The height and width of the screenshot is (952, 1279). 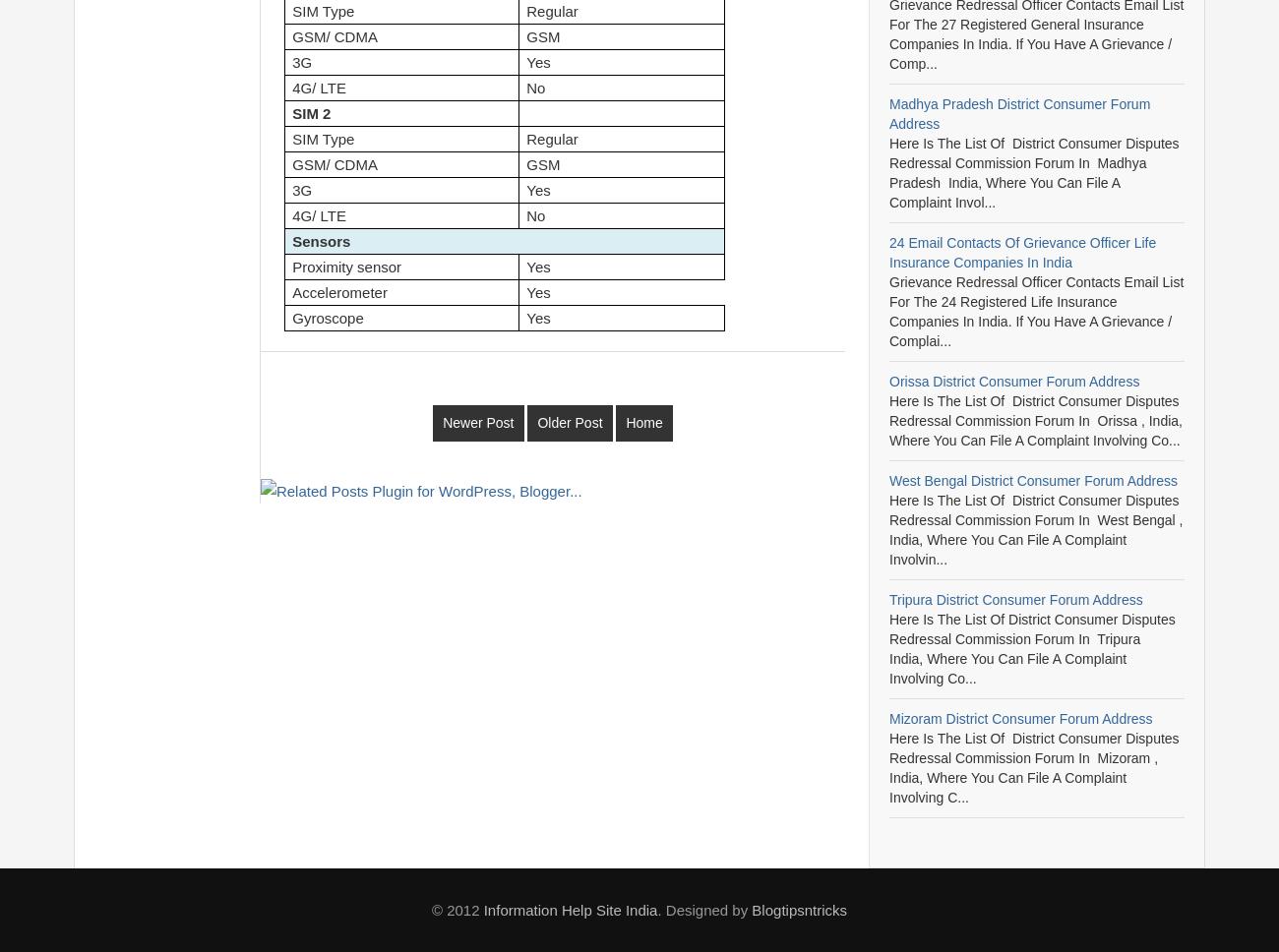 What do you see at coordinates (456, 910) in the screenshot?
I see `'© 2012'` at bounding box center [456, 910].